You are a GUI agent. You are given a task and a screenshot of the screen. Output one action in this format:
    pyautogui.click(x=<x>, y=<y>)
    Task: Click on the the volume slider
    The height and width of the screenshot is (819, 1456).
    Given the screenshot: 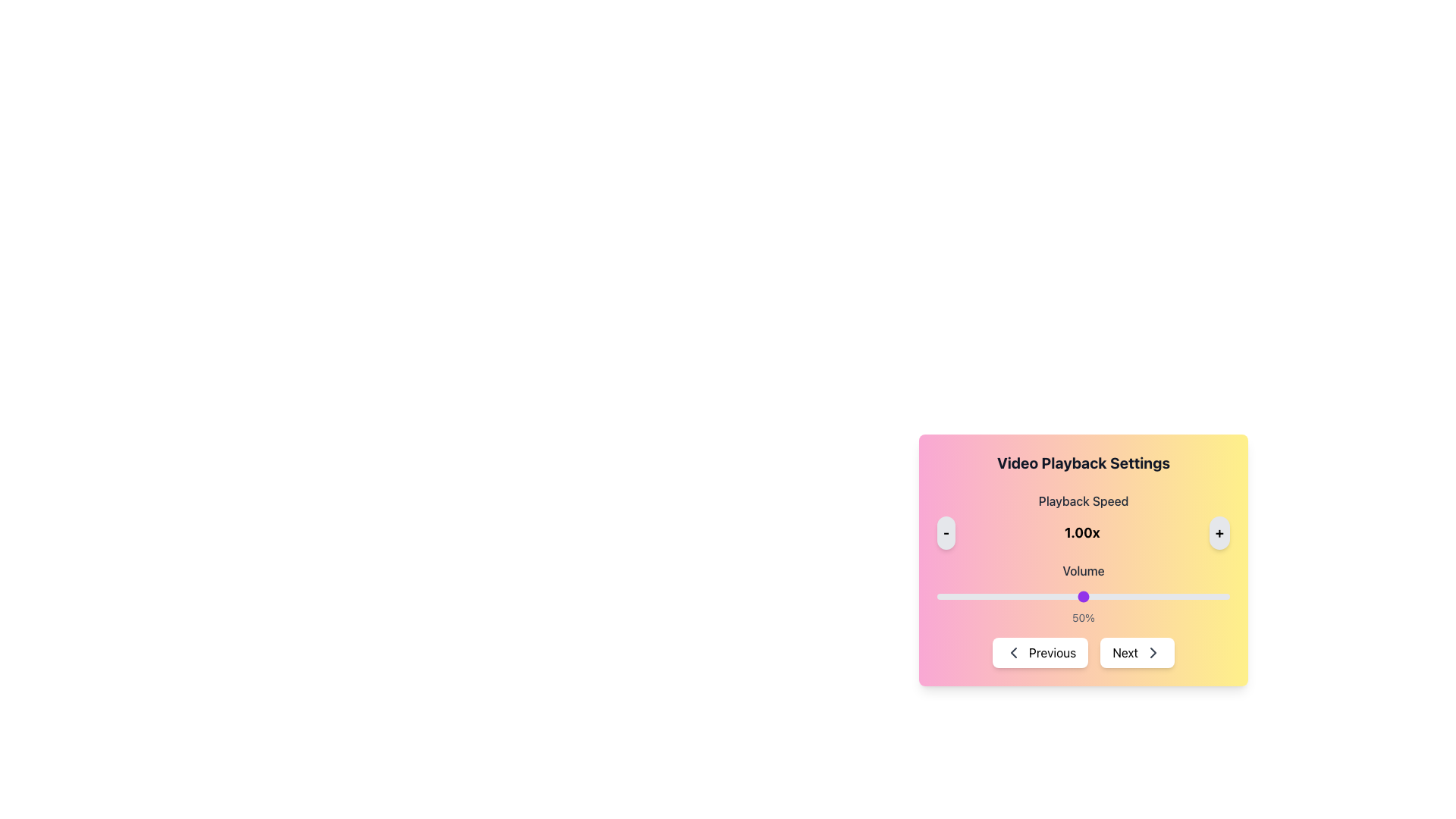 What is the action you would take?
    pyautogui.click(x=1095, y=595)
    